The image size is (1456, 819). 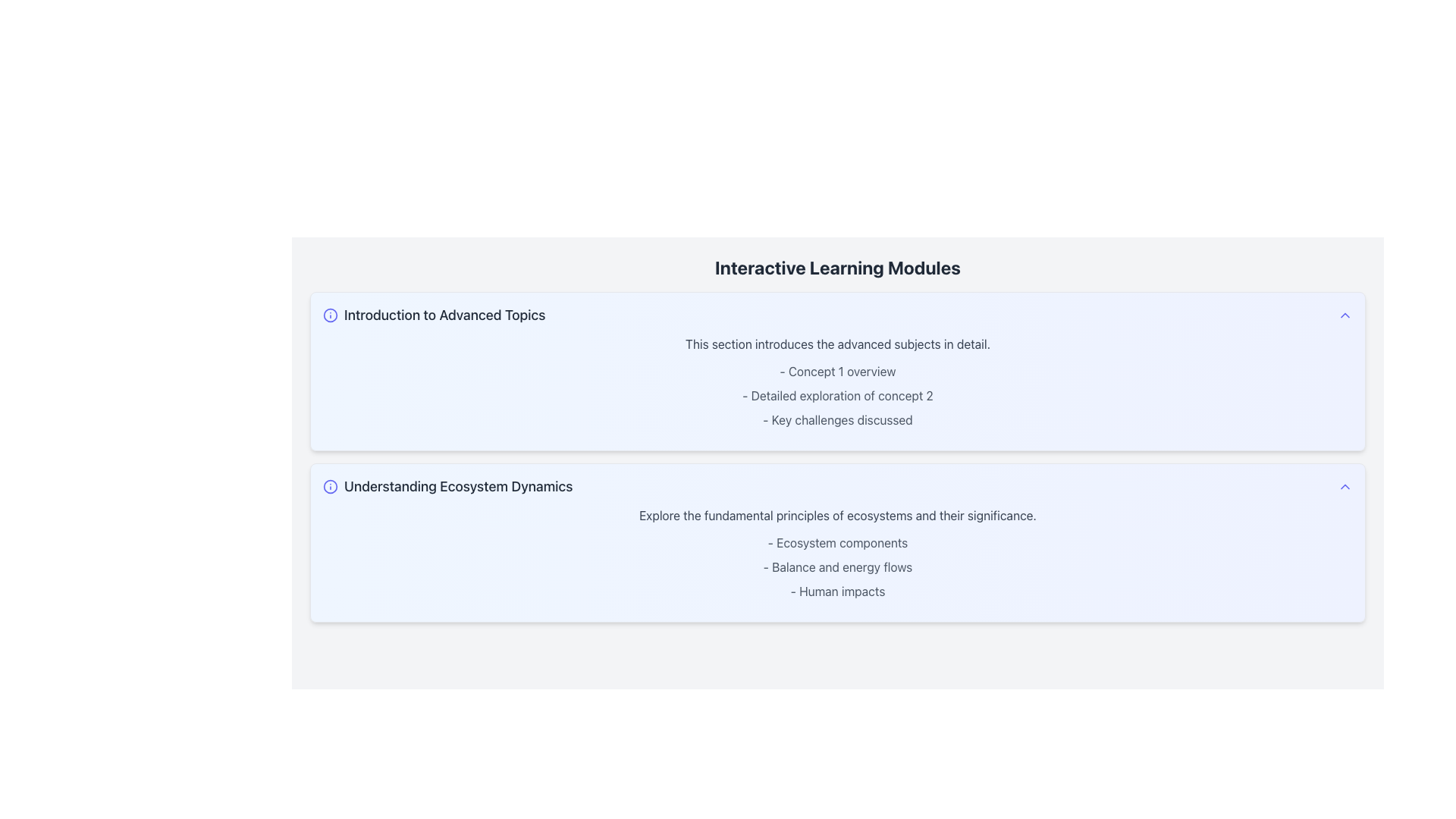 I want to click on the text list that describes aspects of ecosystems, which includes bullet points for 'Ecosystem components', 'Balance and energy flows', and 'Human impacts'. This list is located below the section titled 'Understanding Ecosystem Dynamics', so click(x=836, y=567).